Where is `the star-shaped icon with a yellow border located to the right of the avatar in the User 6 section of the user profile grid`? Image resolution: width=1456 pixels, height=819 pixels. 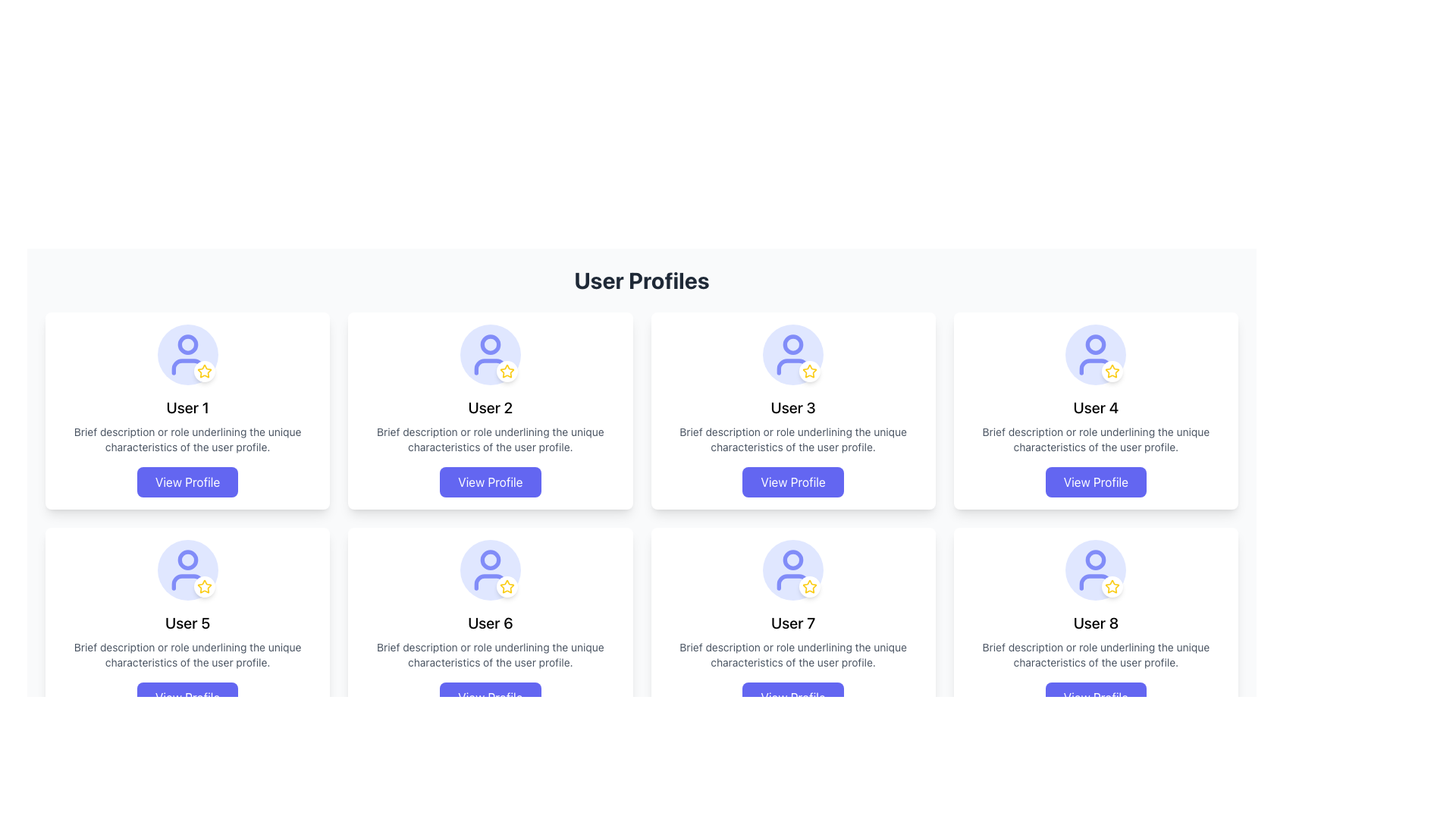
the star-shaped icon with a yellow border located to the right of the avatar in the User 6 section of the user profile grid is located at coordinates (507, 585).